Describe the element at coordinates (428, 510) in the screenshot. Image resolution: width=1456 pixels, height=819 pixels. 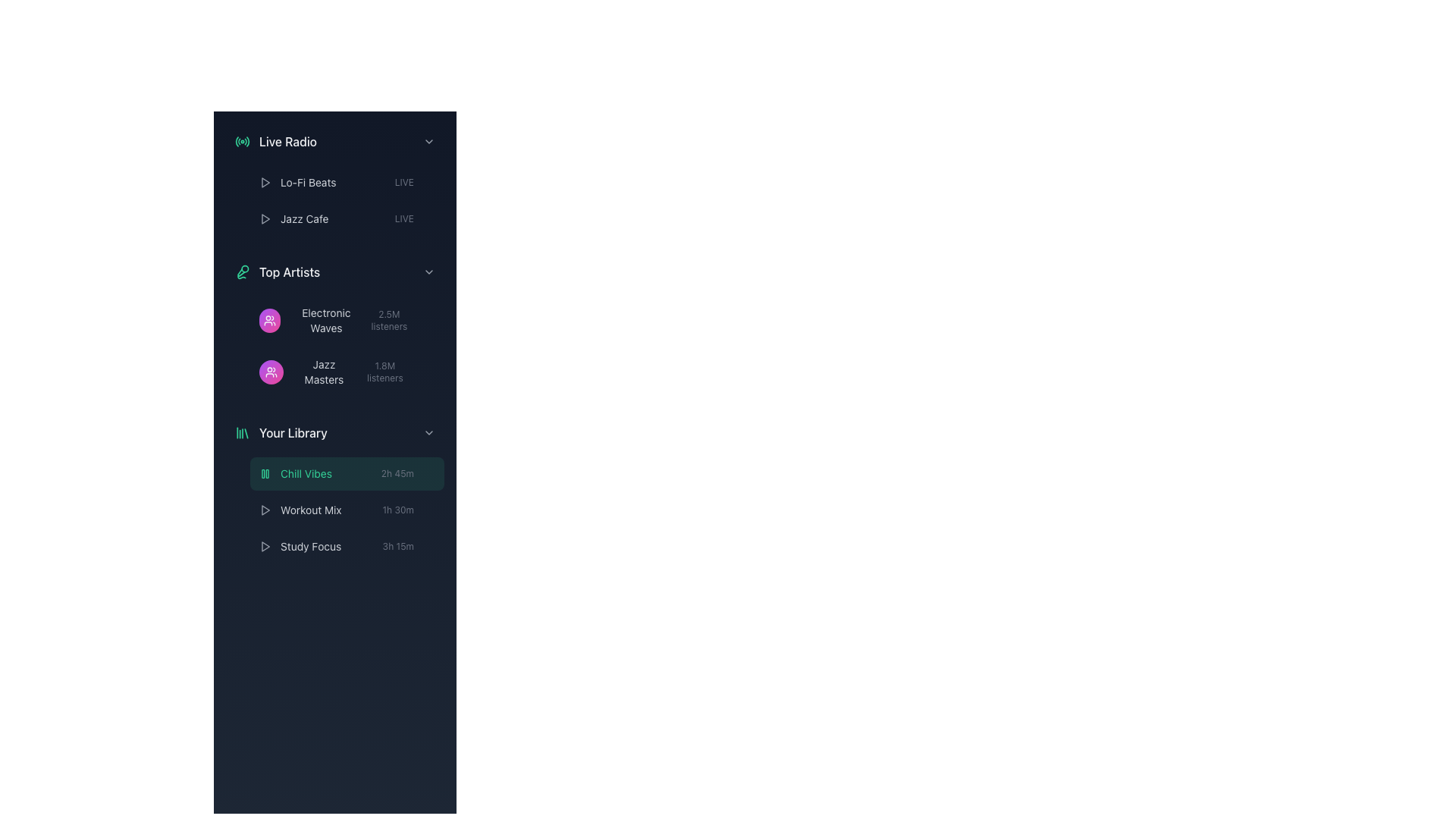
I see `heart icon located in the 'Workout Mix' row under 'Your Library' to view its current state` at that location.